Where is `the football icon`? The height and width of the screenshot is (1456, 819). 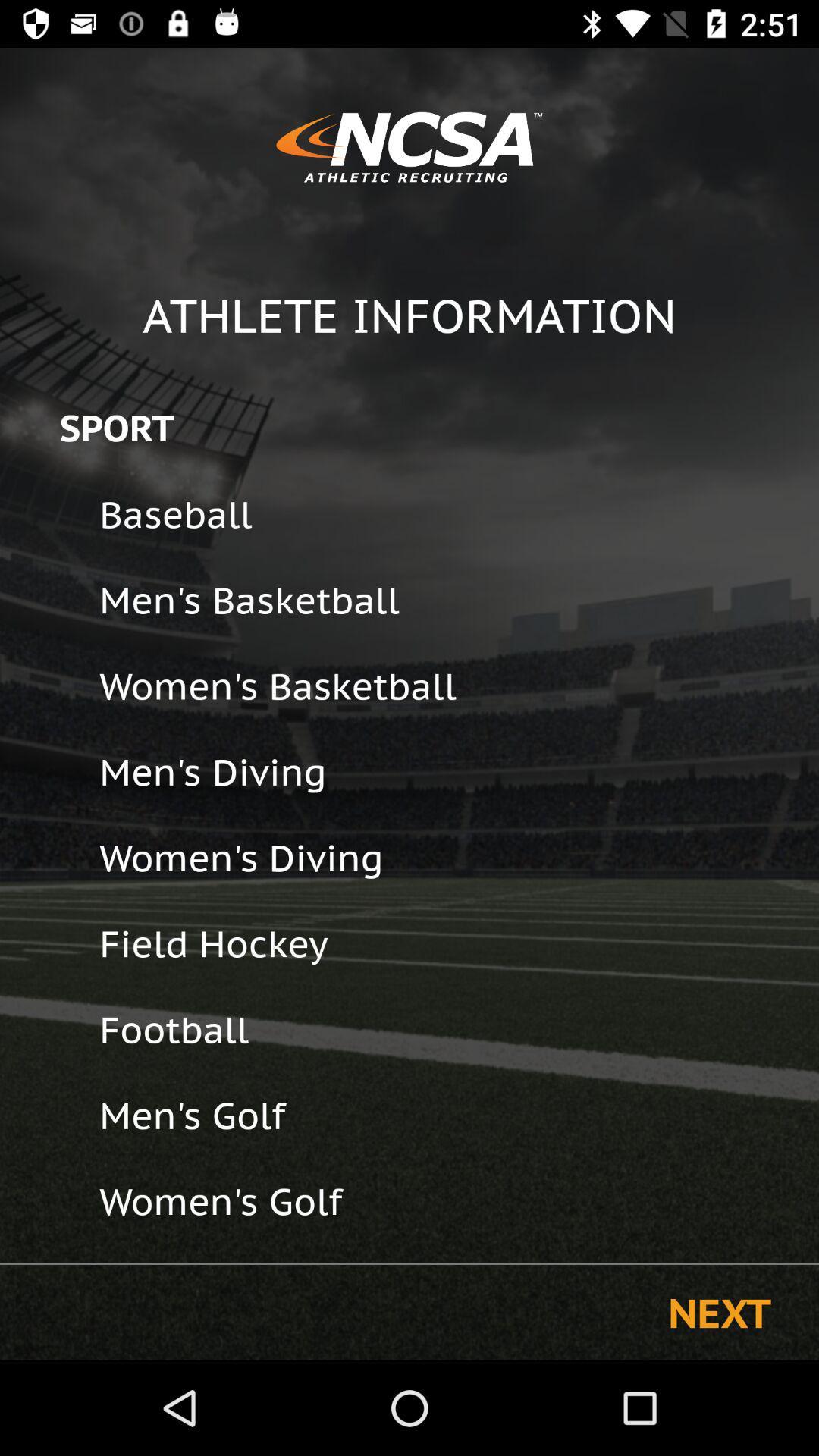
the football icon is located at coordinates (448, 1029).